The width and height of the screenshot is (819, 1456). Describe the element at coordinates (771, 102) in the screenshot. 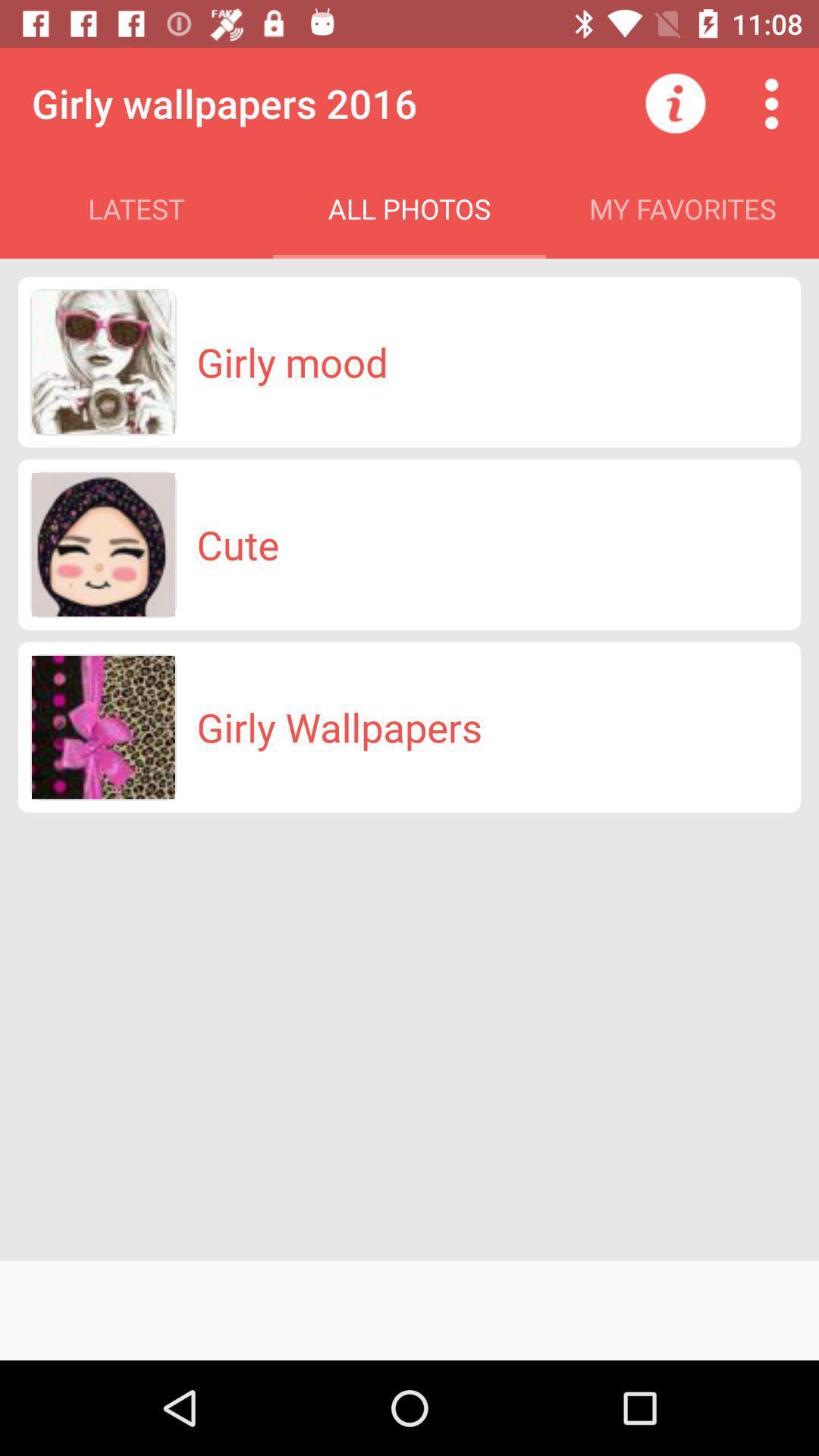

I see `the item above my favorites` at that location.